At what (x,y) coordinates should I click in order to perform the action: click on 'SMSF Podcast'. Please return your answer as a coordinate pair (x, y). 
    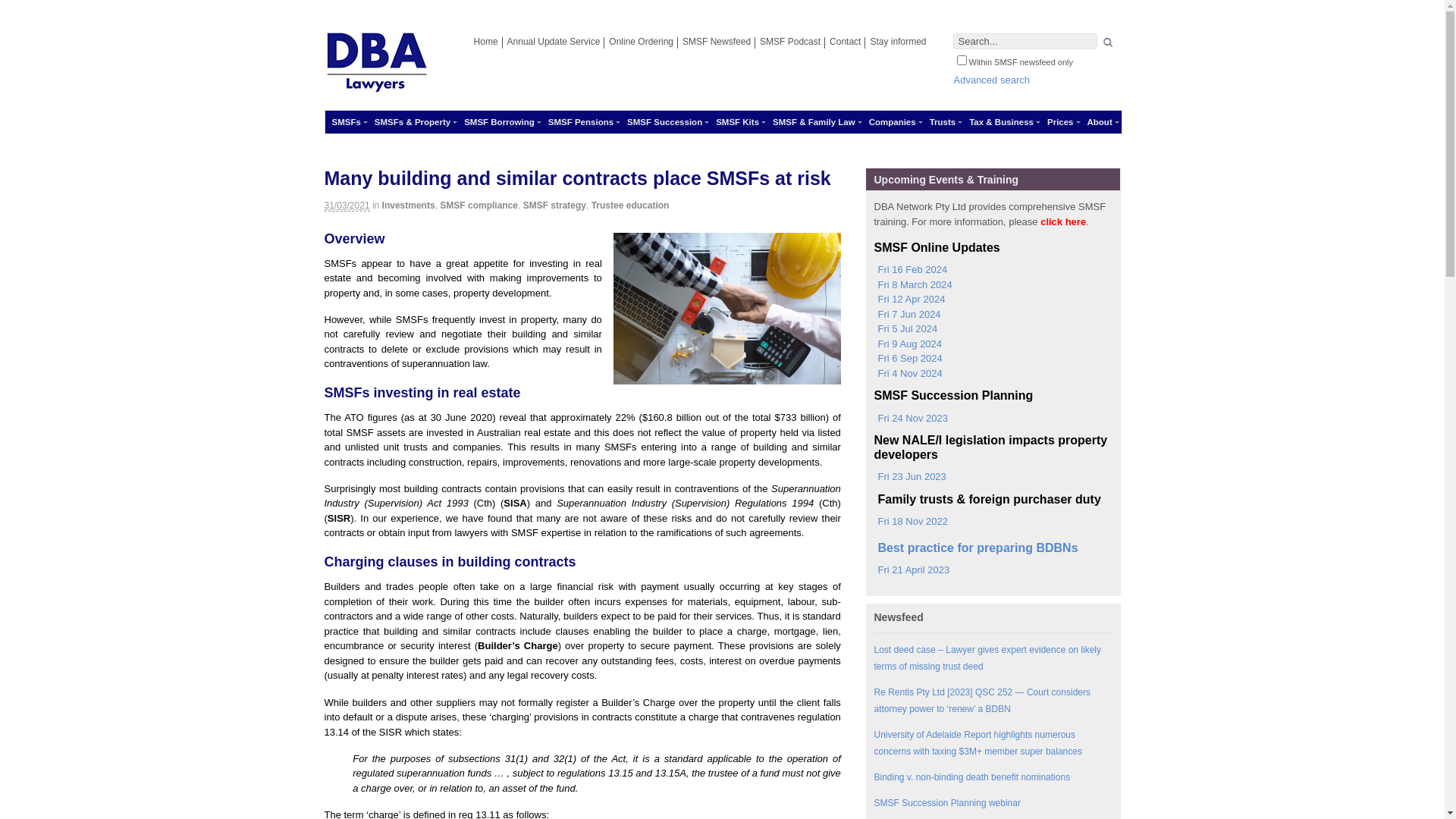
    Looking at the image, I should click on (789, 41).